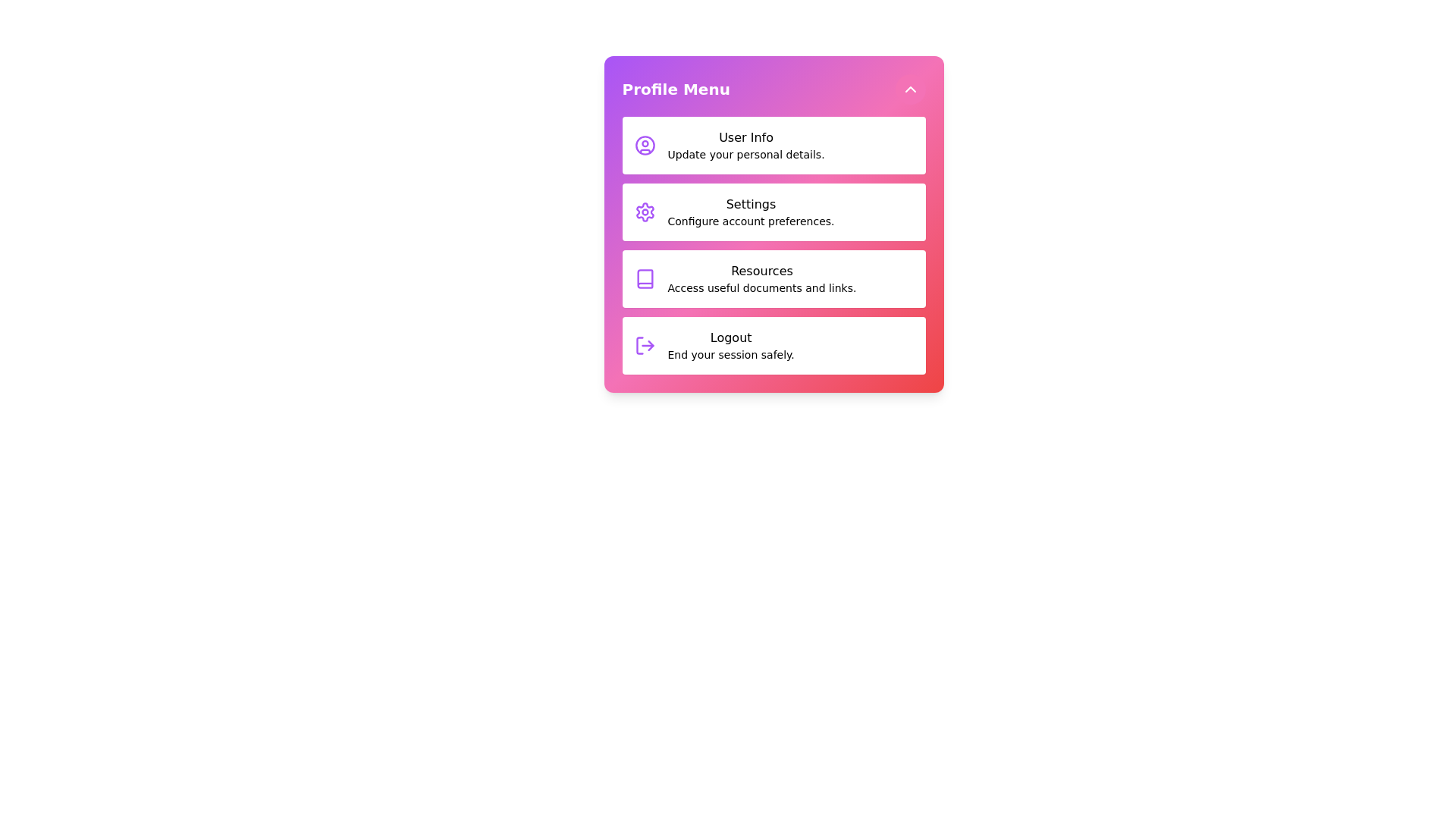 The height and width of the screenshot is (819, 1456). Describe the element at coordinates (773, 345) in the screenshot. I see `the menu item Logout from the profile menu` at that location.